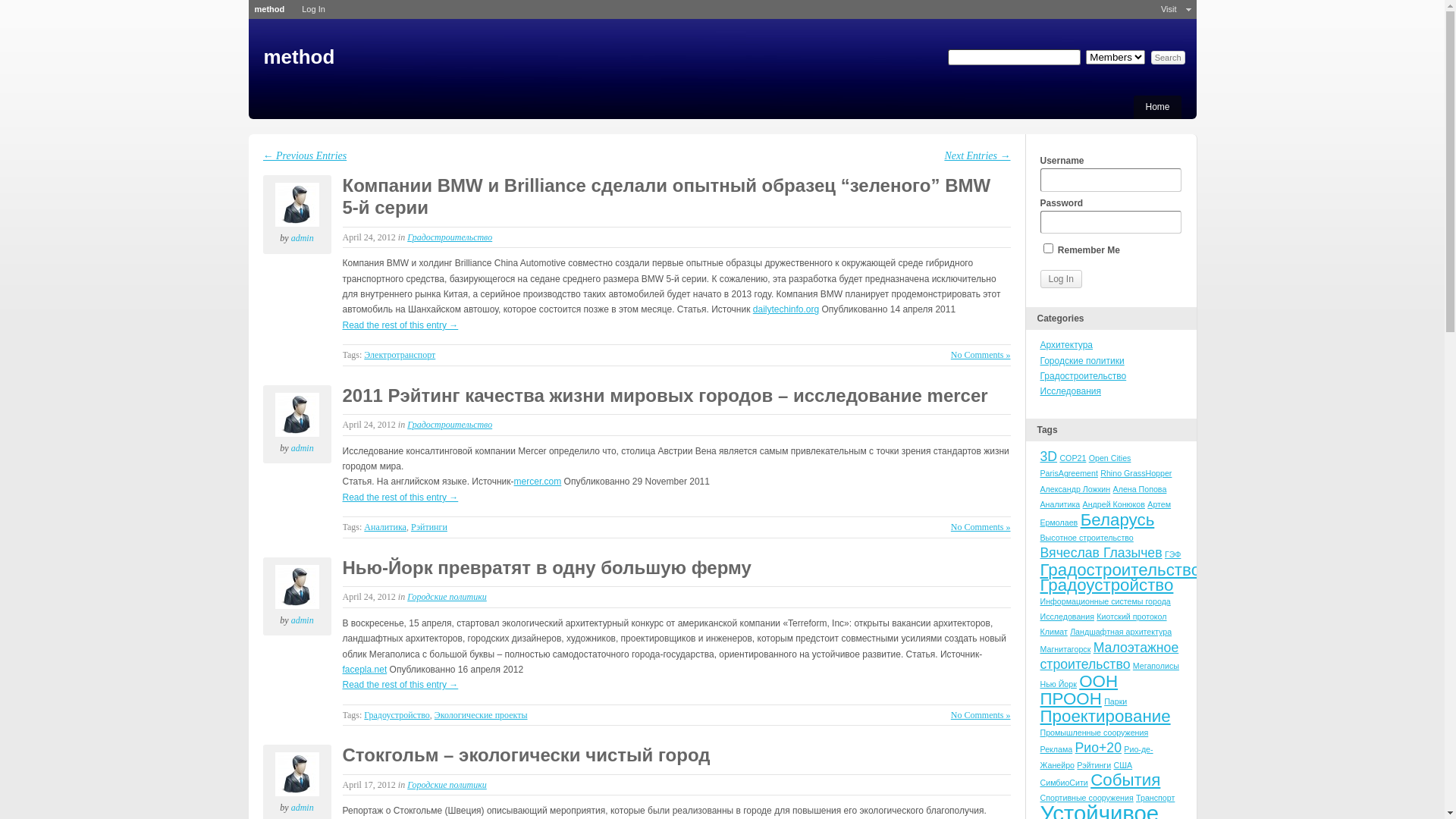 The height and width of the screenshot is (819, 1456). What do you see at coordinates (291, 237) in the screenshot?
I see `'admin'` at bounding box center [291, 237].